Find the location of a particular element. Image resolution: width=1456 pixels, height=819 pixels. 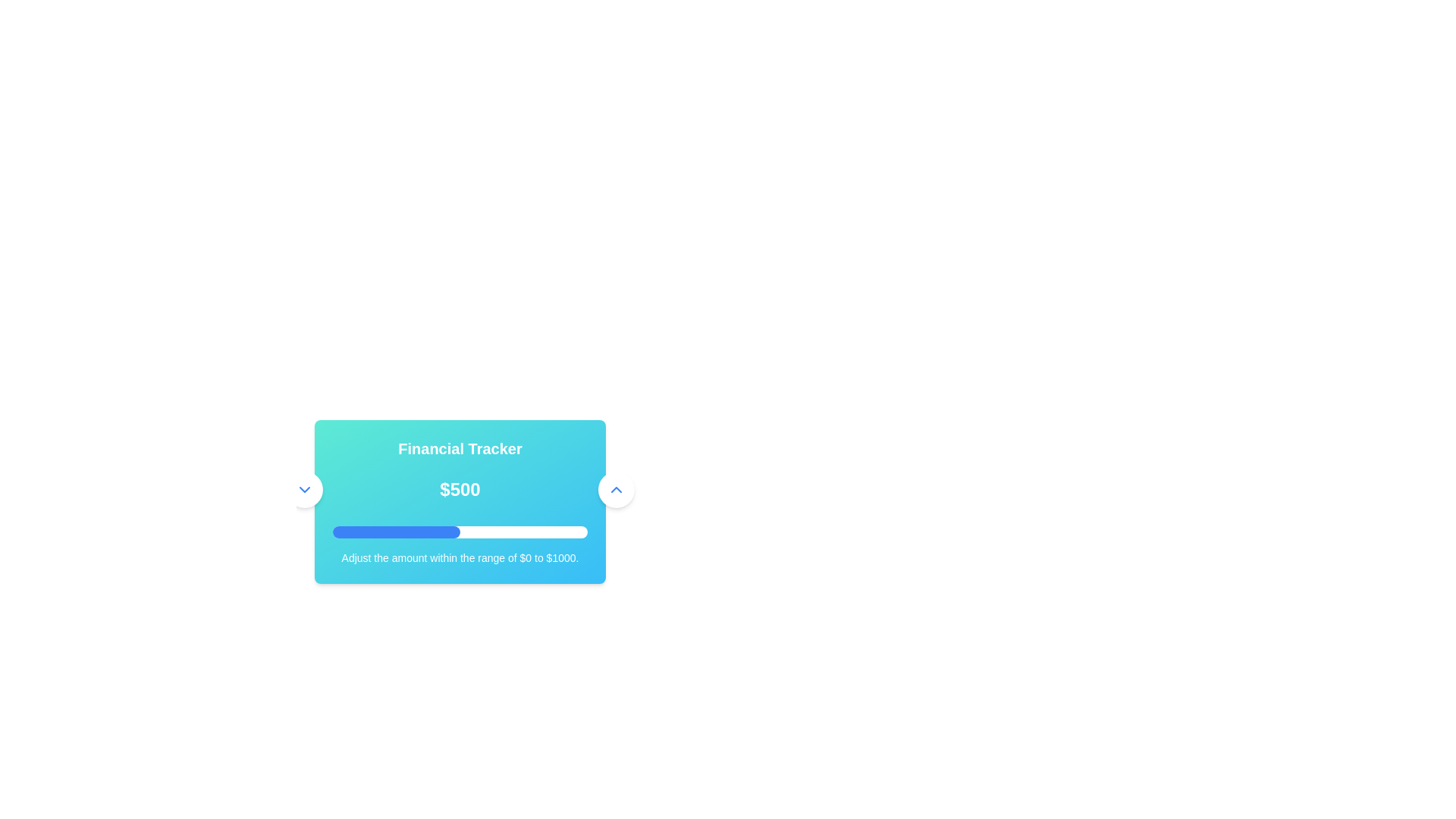

the slider is located at coordinates (450, 532).